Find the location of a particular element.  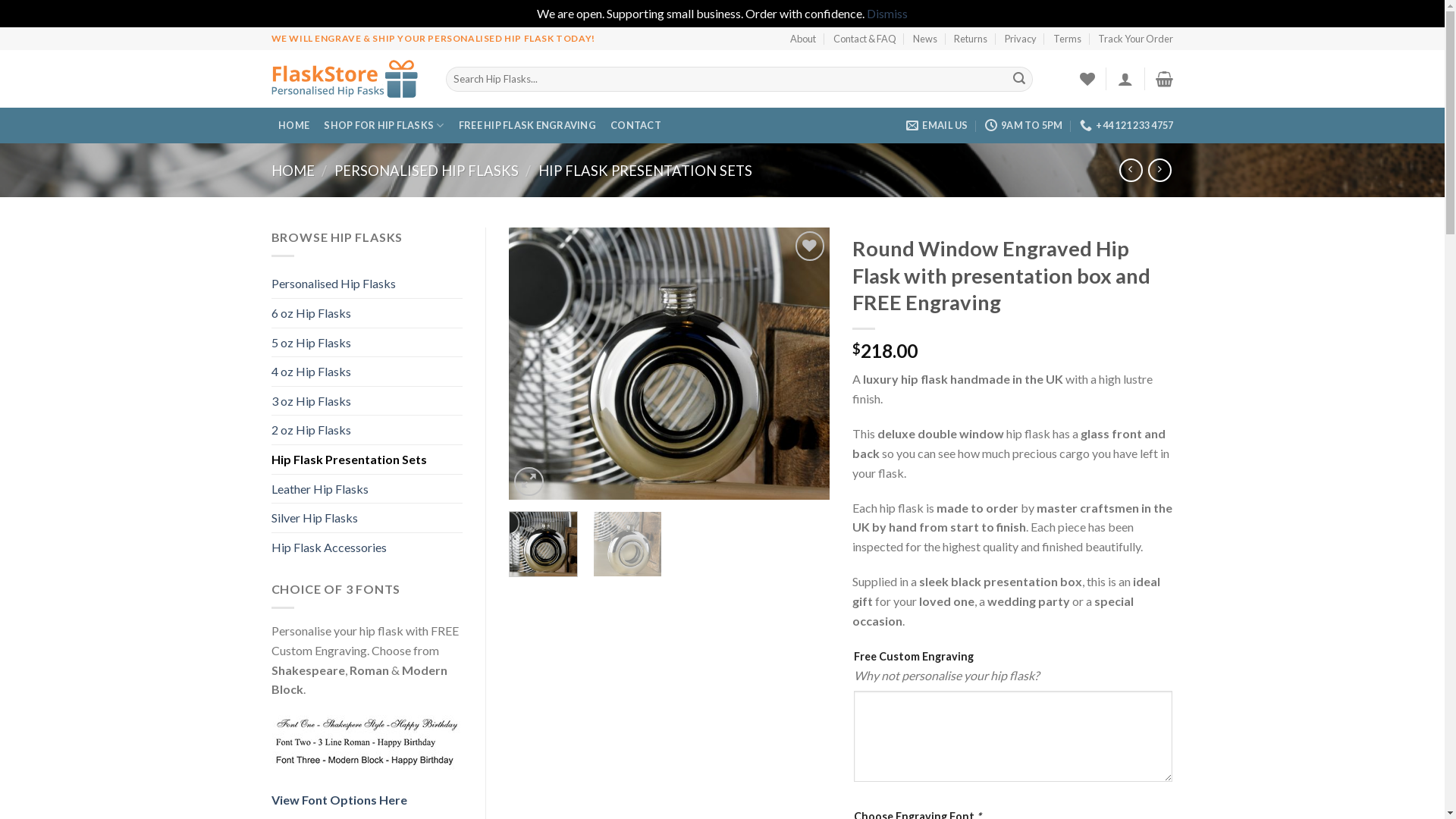

'Silver Hip Flasks' is located at coordinates (367, 516).